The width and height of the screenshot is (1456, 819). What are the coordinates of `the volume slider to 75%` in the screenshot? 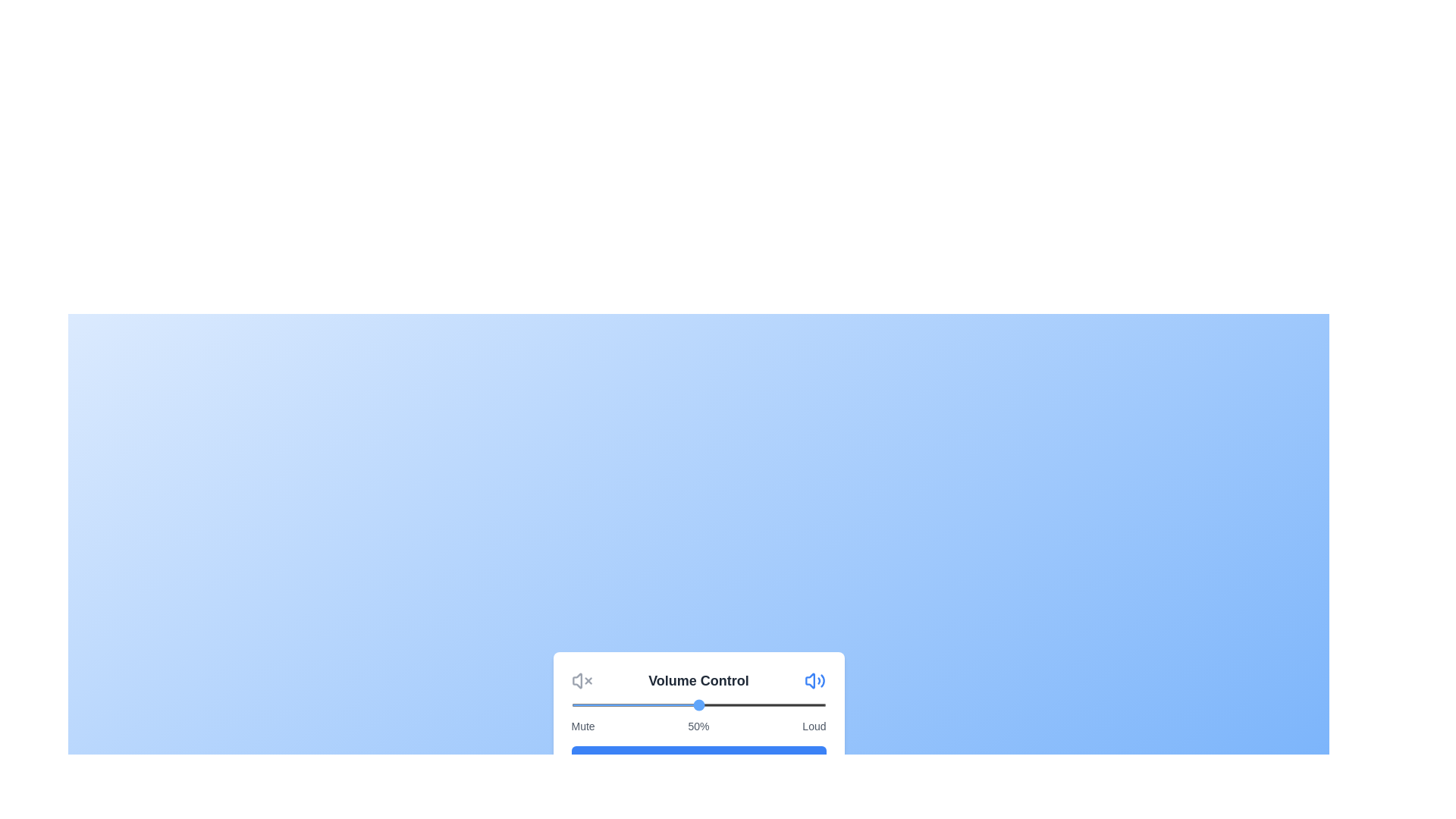 It's located at (762, 704).